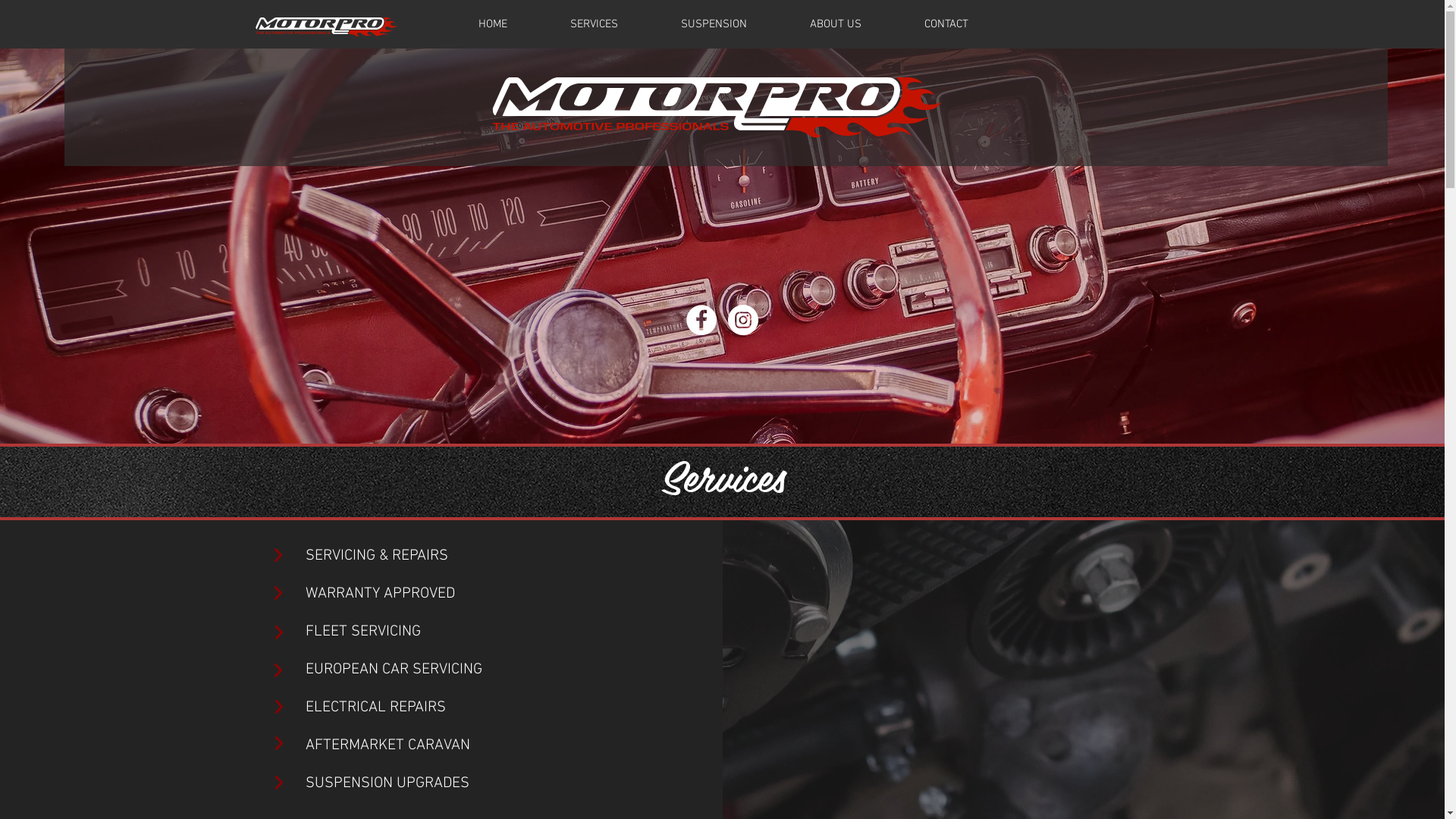 The width and height of the screenshot is (1456, 819). Describe the element at coordinates (712, 24) in the screenshot. I see `'SUSPENSION'` at that location.